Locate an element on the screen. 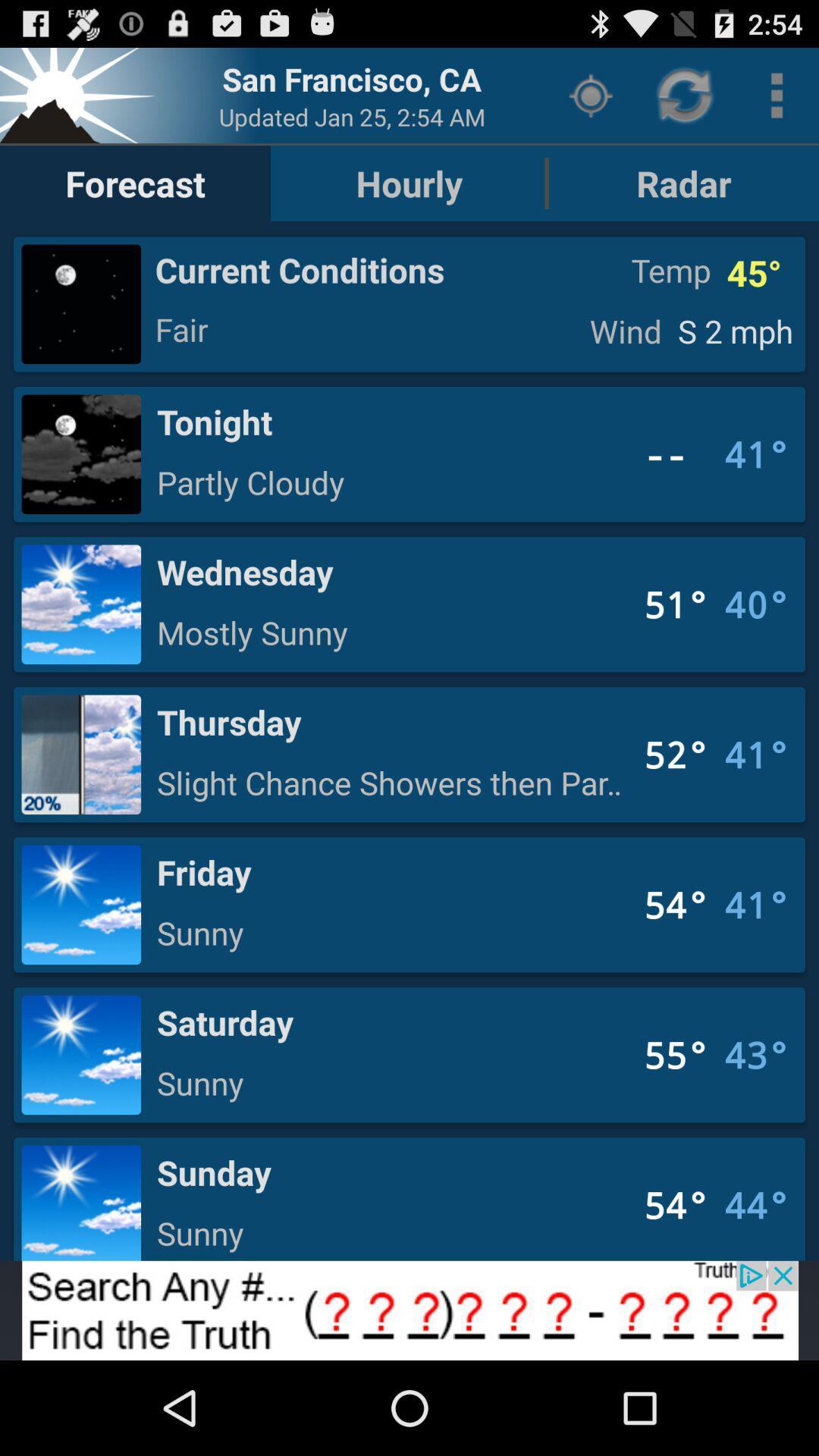  click on add is located at coordinates (409, 1310).